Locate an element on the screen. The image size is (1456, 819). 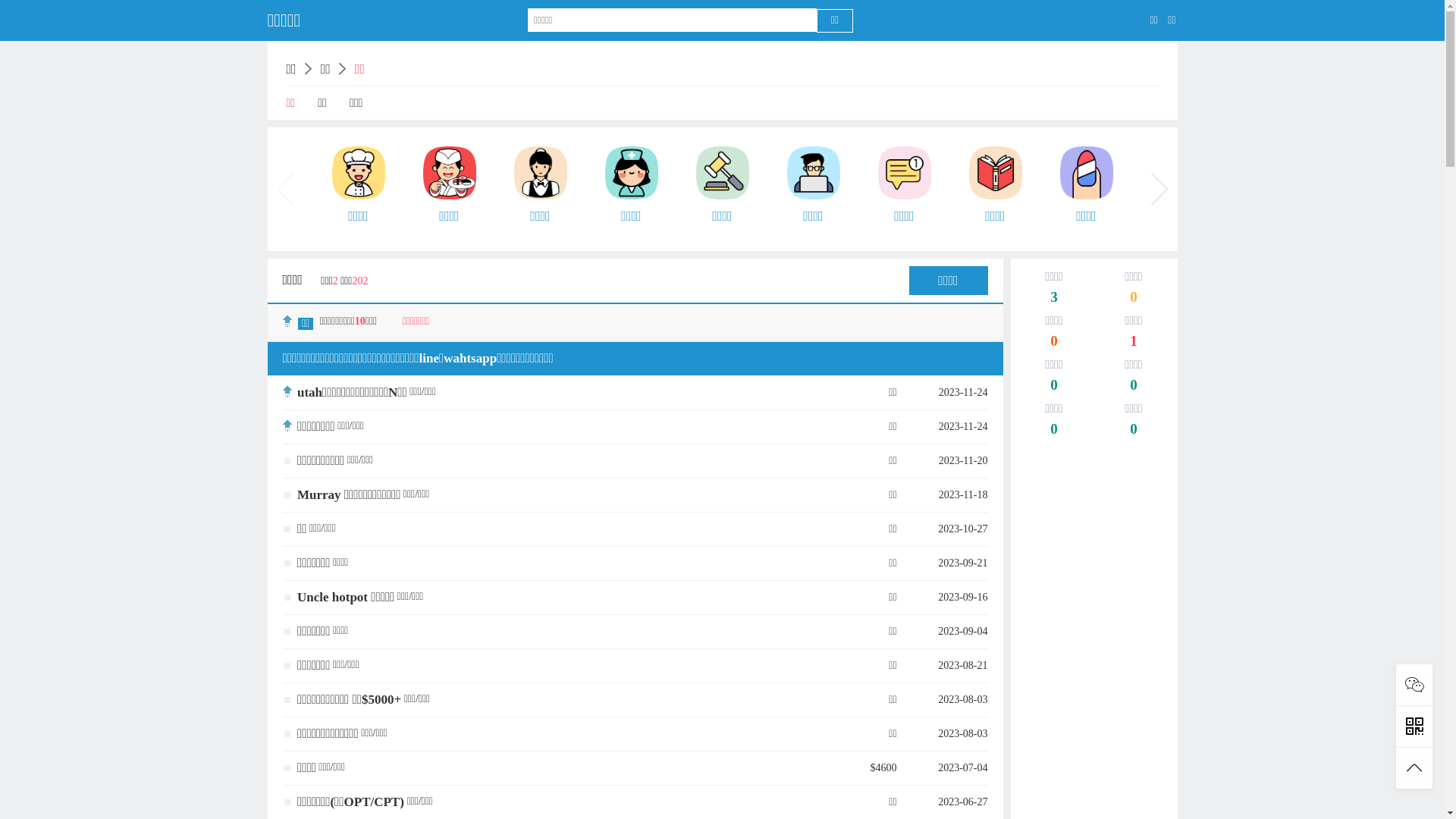
'0' is located at coordinates (1053, 385).